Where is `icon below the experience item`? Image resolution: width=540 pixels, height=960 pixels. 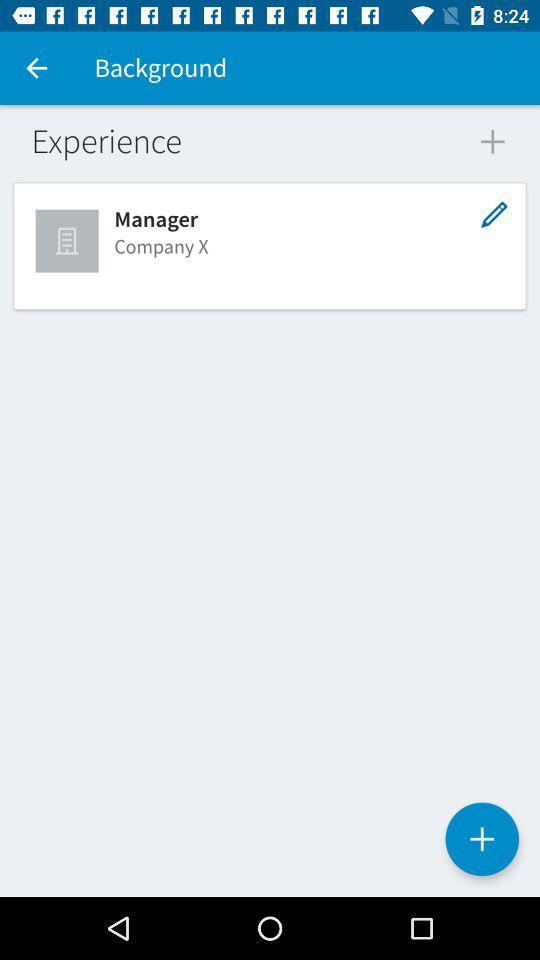 icon below the experience item is located at coordinates (68, 240).